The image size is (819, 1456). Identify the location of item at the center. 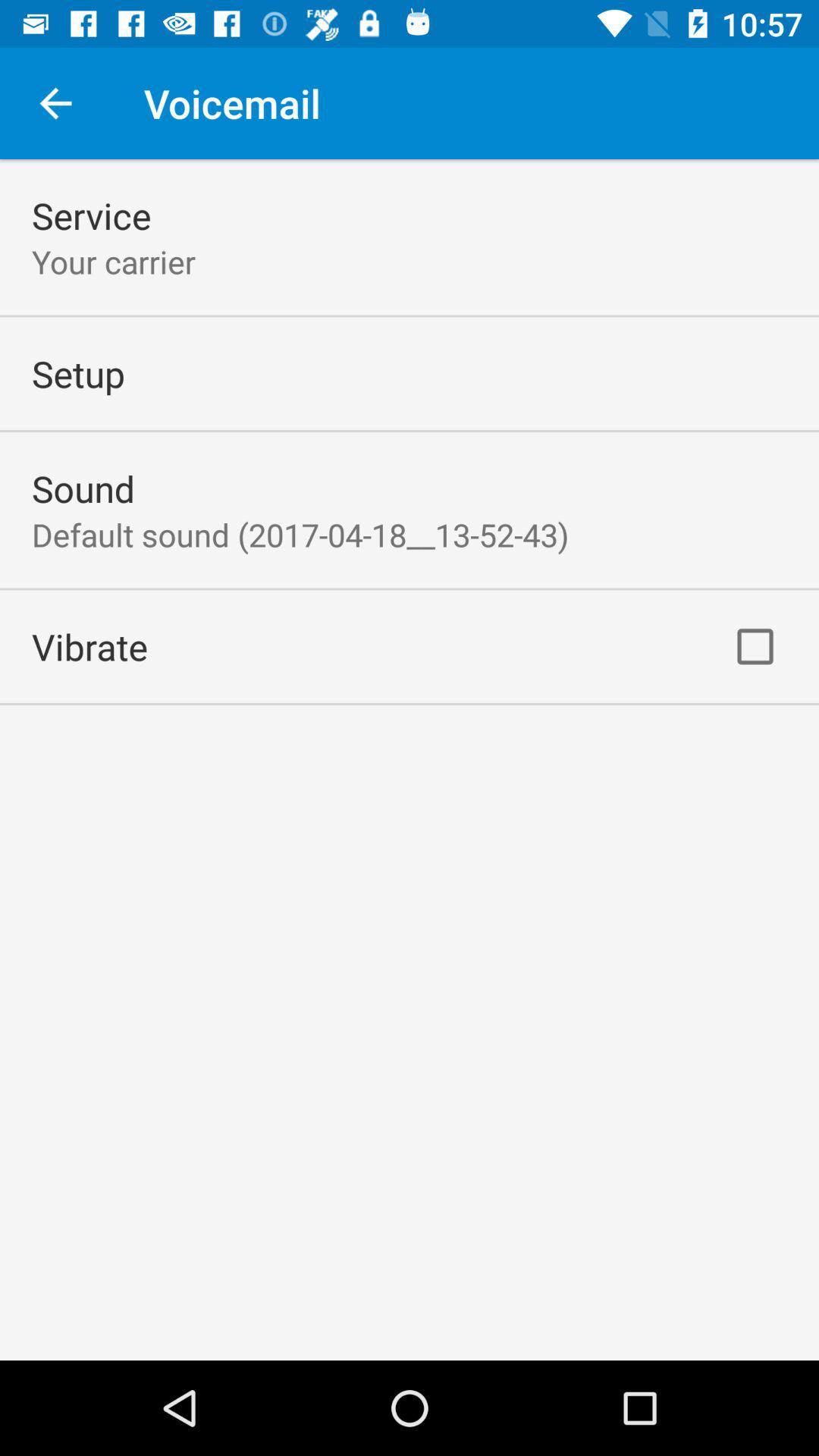
(300, 535).